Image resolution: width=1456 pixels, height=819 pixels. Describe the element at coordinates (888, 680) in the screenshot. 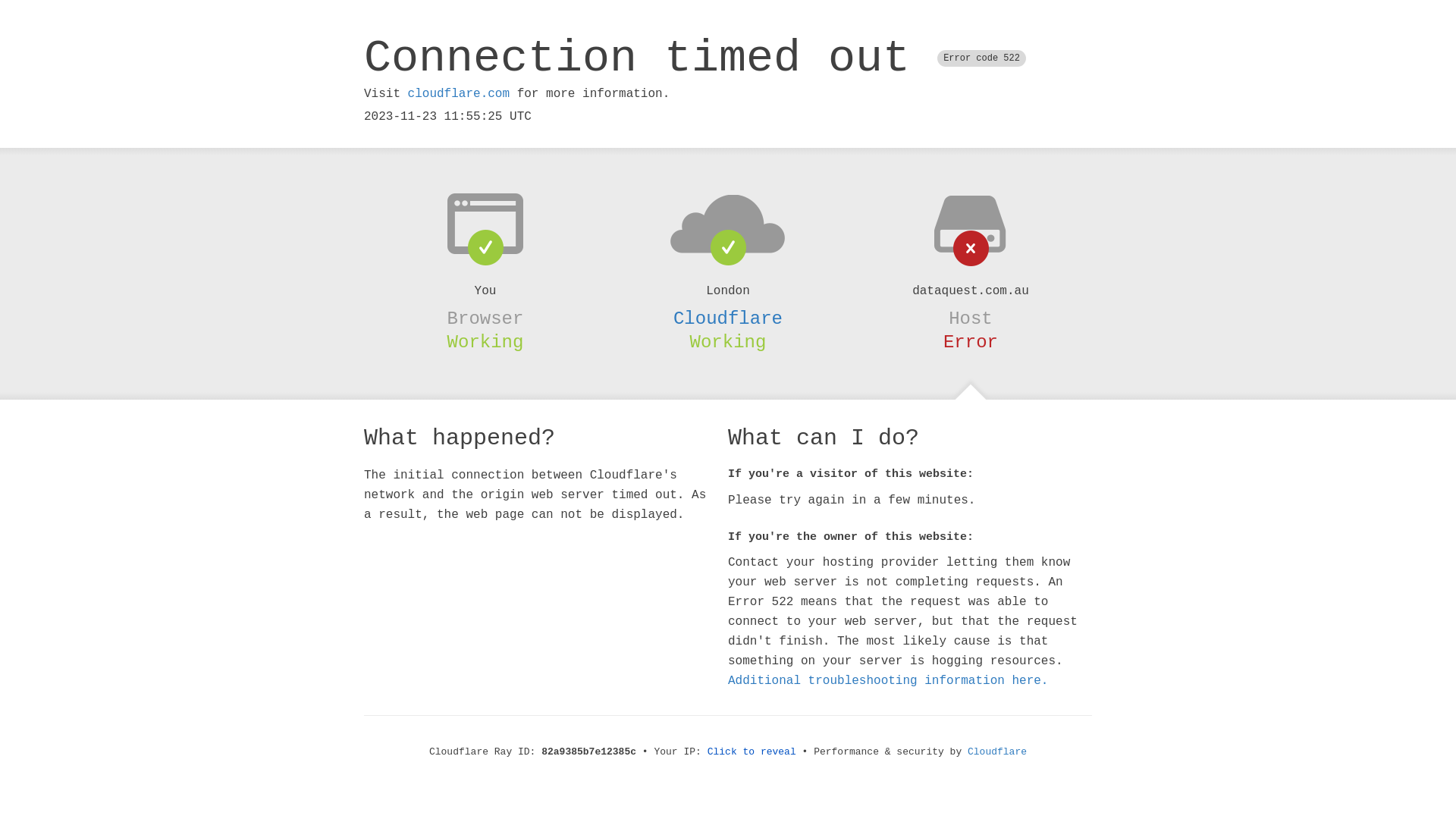

I see `'Additional troubleshooting information here.'` at that location.